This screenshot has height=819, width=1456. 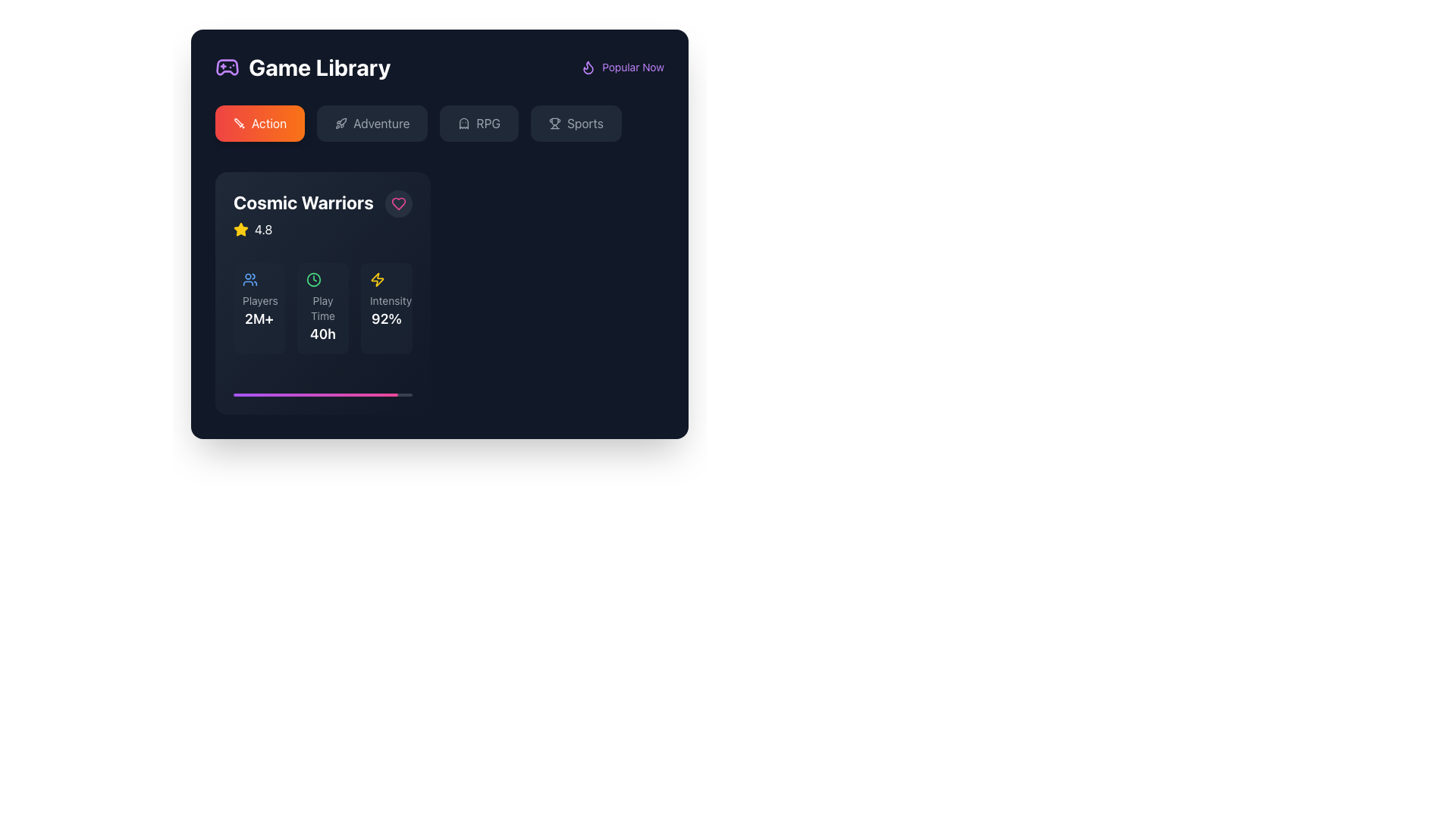 I want to click on the static text element titled 'Game Library', which serves as a heading for the game collection section, so click(x=318, y=66).